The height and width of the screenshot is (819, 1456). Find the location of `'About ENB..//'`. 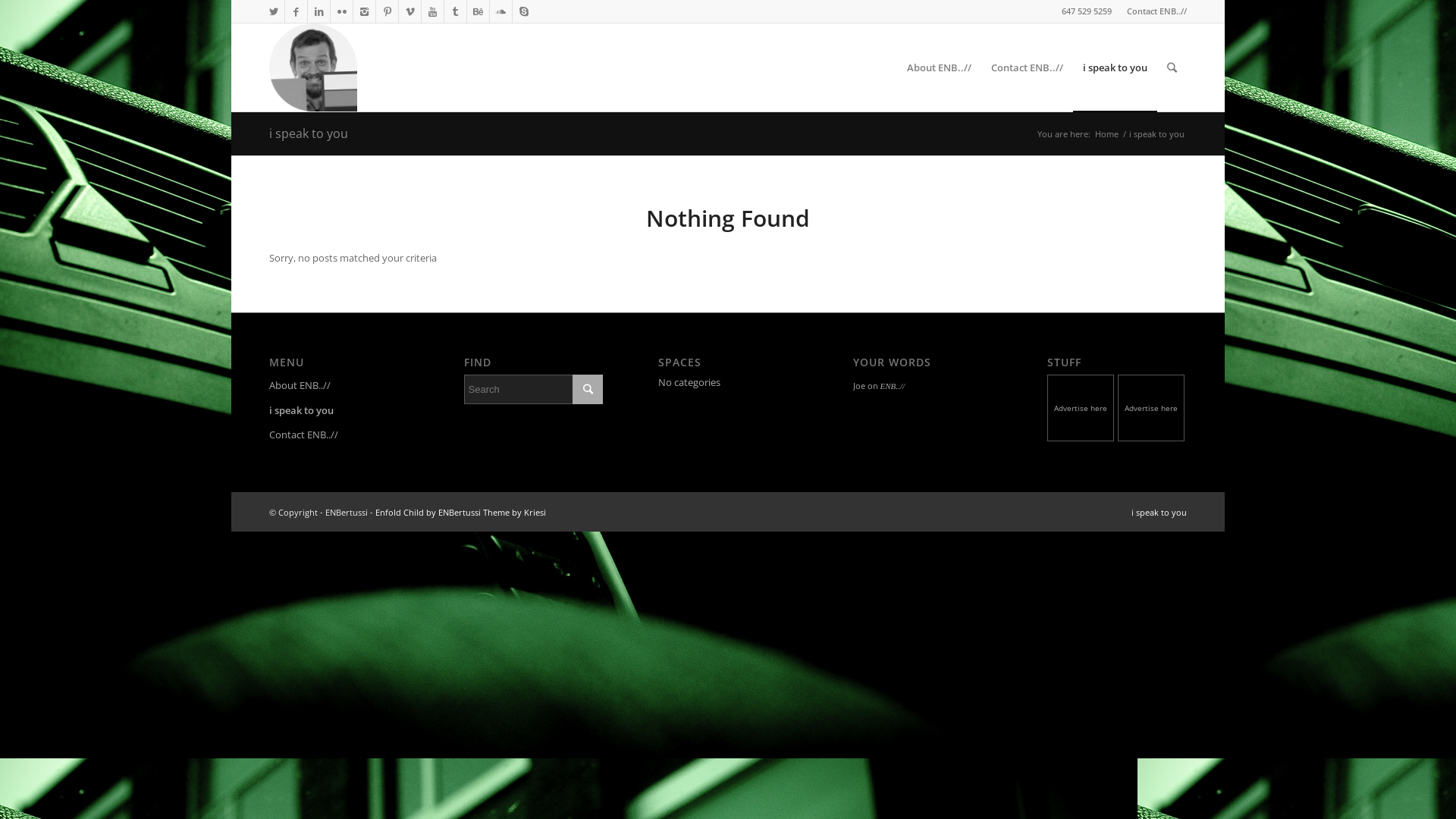

'About ENB..//' is located at coordinates (337, 385).